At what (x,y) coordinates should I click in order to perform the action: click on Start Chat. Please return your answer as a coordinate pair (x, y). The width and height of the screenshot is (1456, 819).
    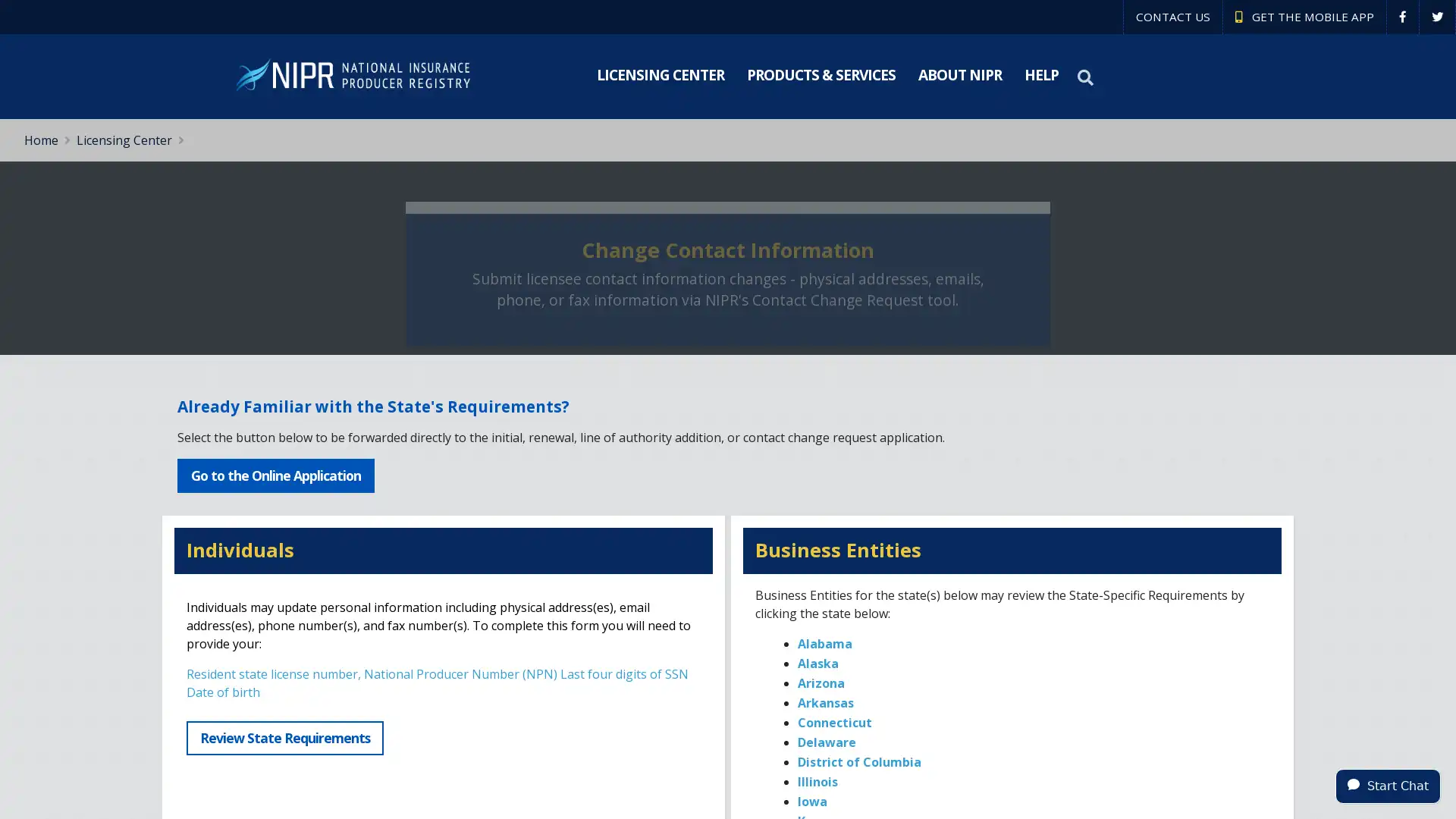
    Looking at the image, I should click on (1388, 785).